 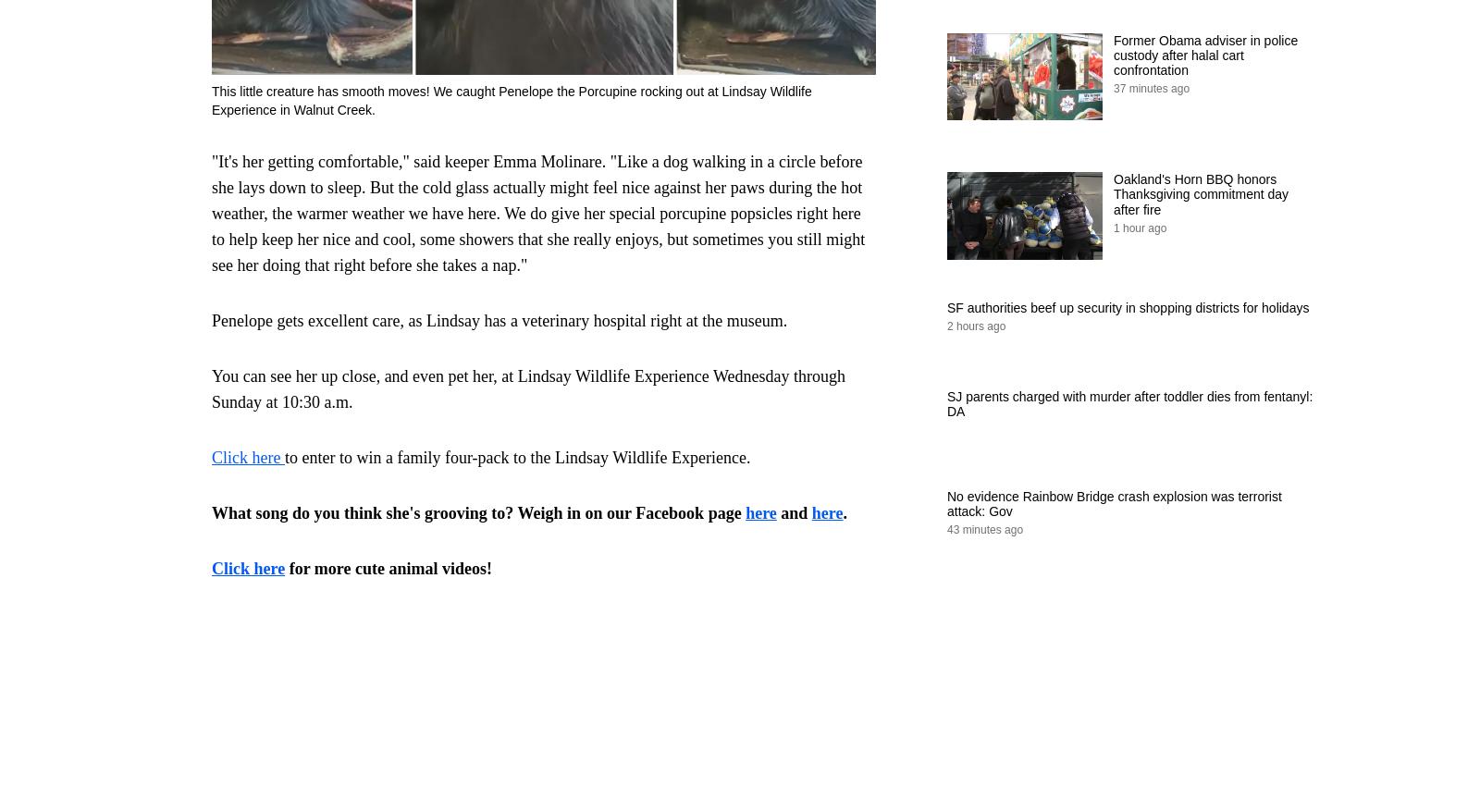 What do you see at coordinates (984, 529) in the screenshot?
I see `'43 minutes ago'` at bounding box center [984, 529].